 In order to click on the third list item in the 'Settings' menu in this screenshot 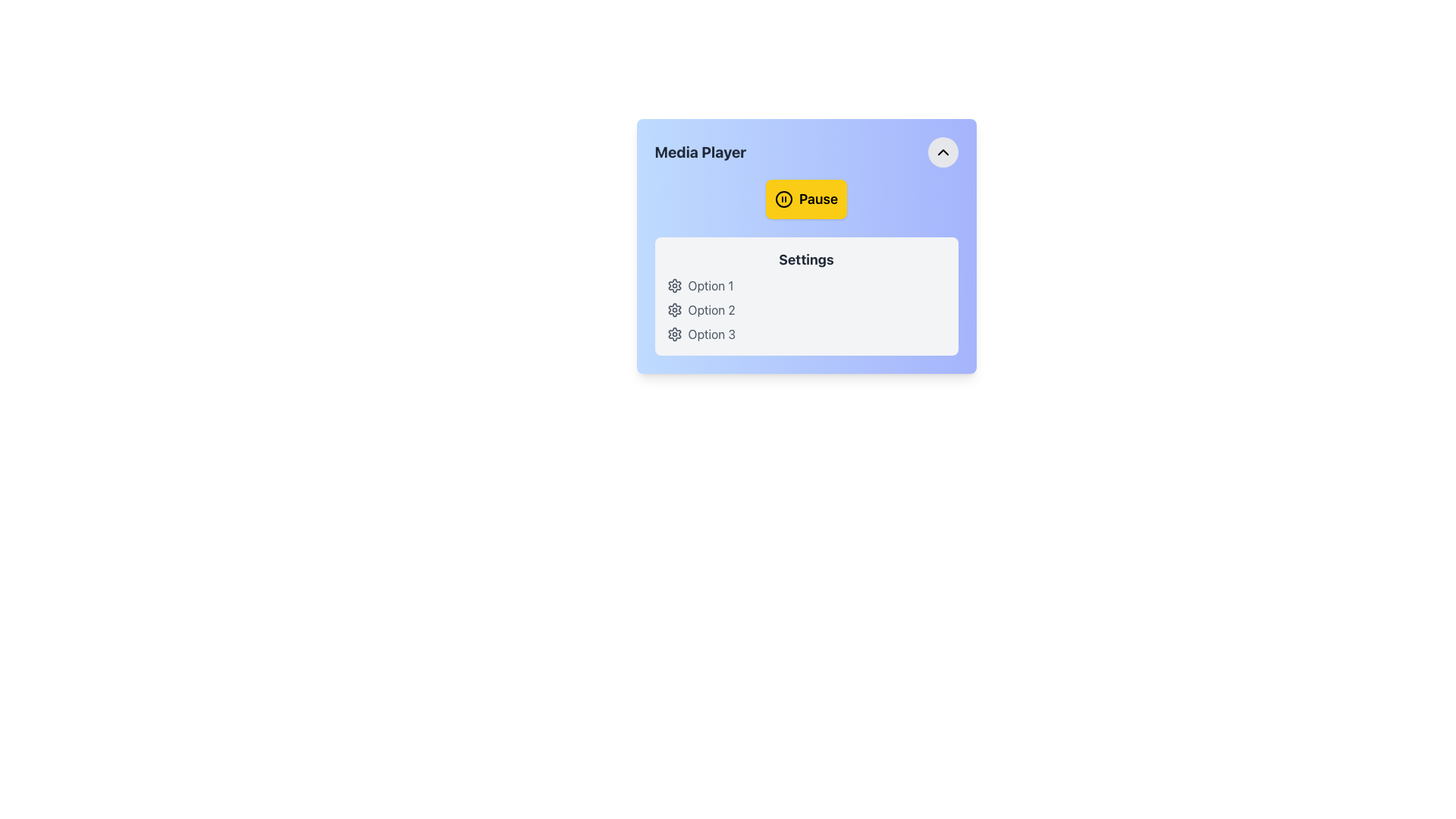, I will do `click(805, 333)`.